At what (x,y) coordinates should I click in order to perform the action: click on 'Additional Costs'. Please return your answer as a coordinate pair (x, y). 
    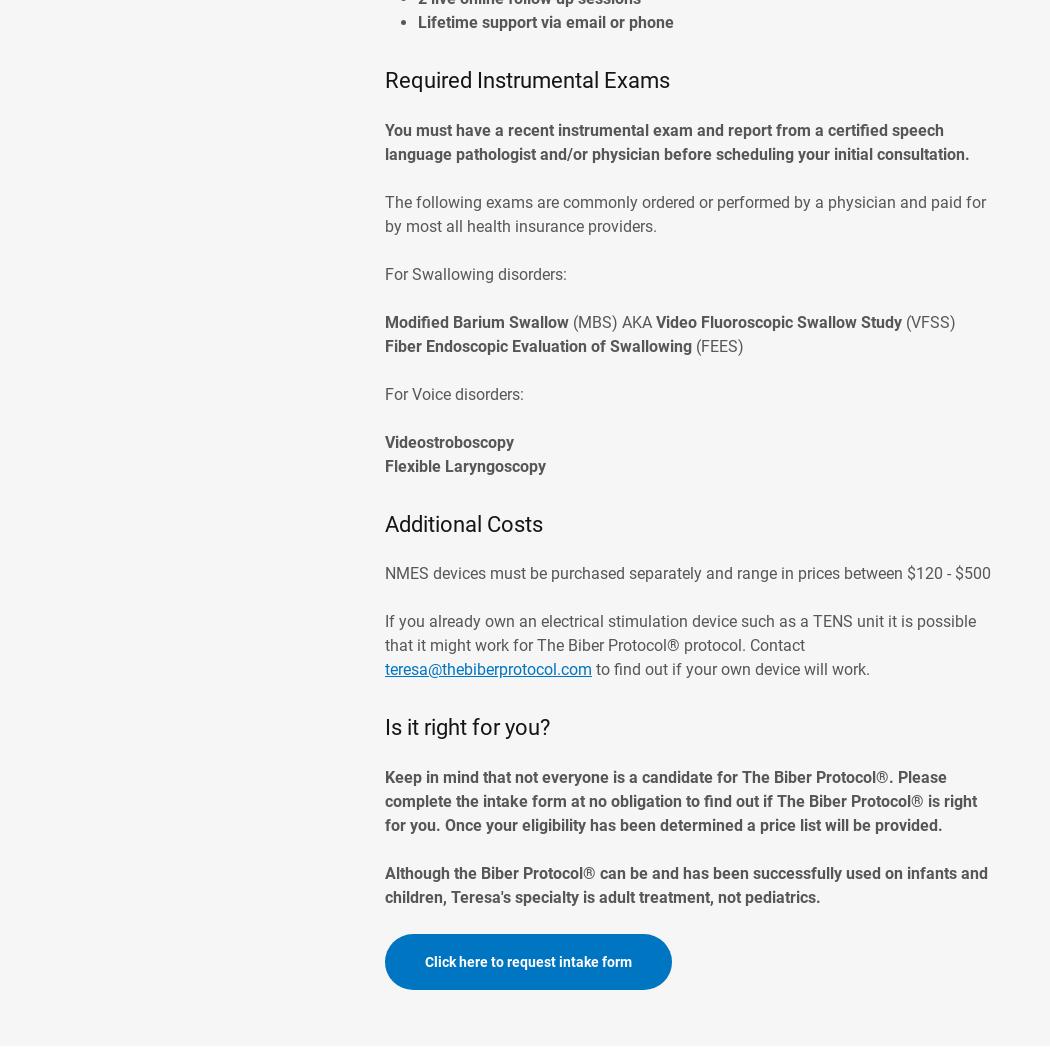
    Looking at the image, I should click on (463, 523).